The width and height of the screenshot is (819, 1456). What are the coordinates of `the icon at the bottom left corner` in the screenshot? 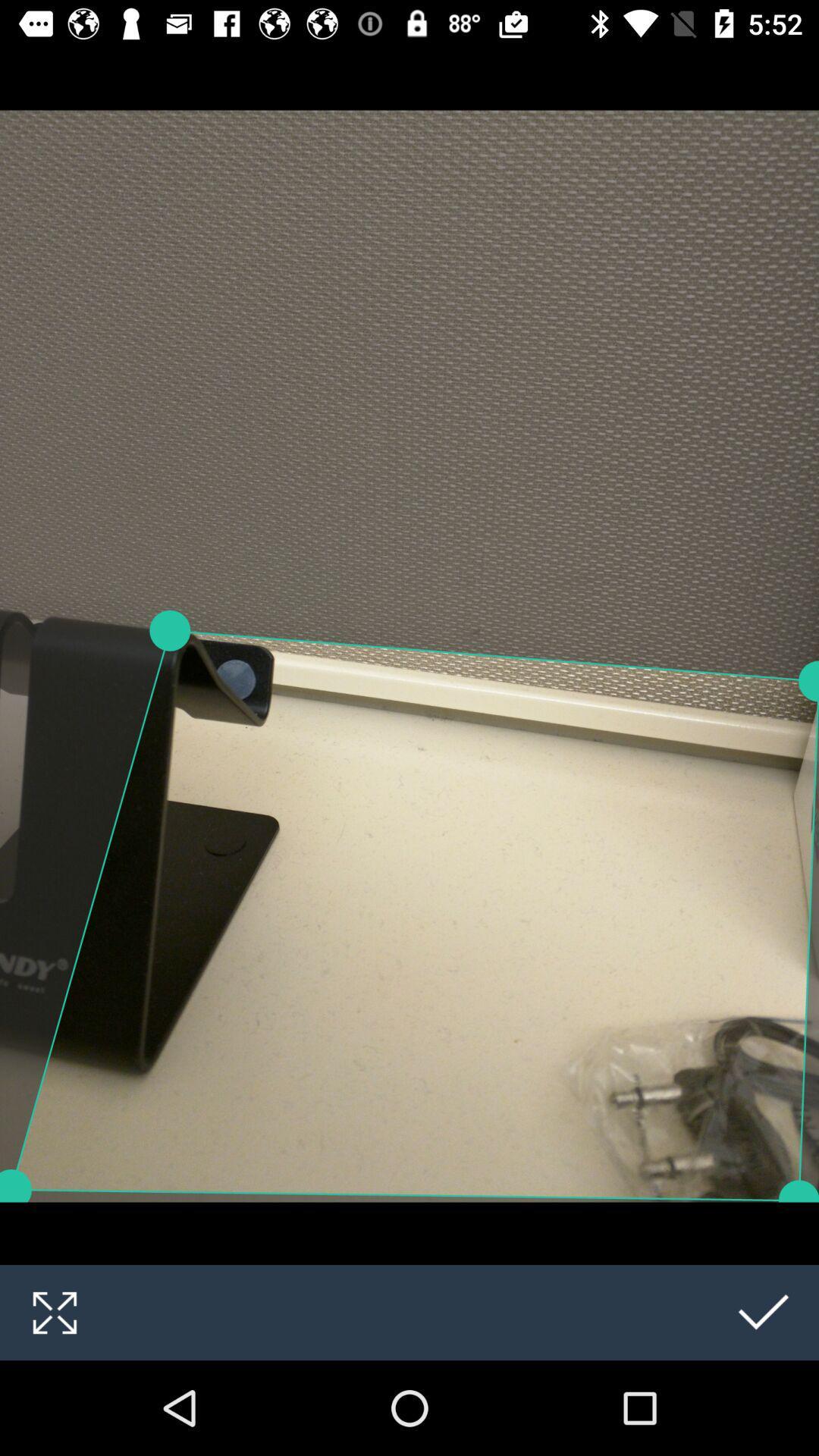 It's located at (54, 1312).